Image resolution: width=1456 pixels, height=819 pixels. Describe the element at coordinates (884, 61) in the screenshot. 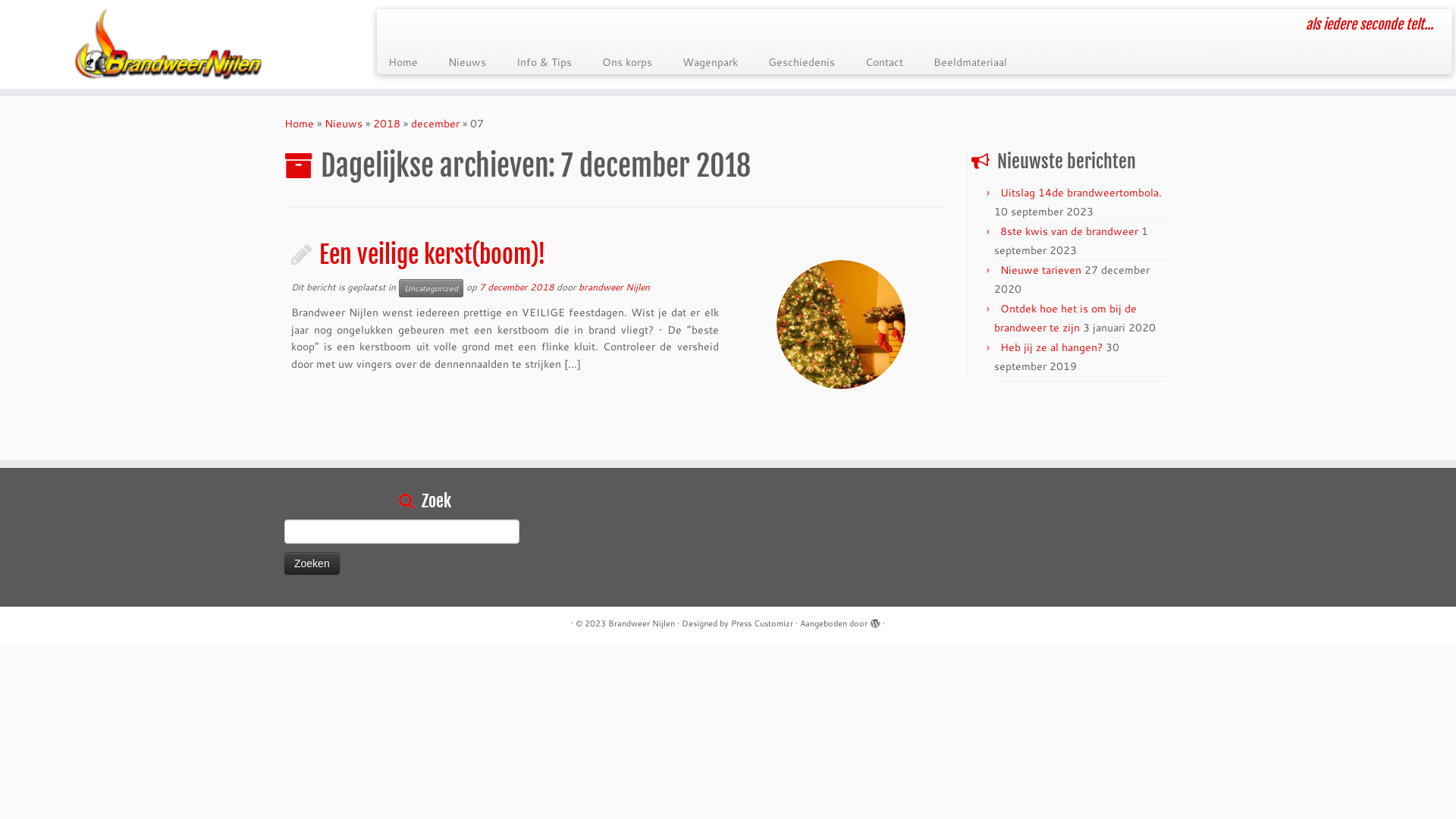

I see `'Contact'` at that location.